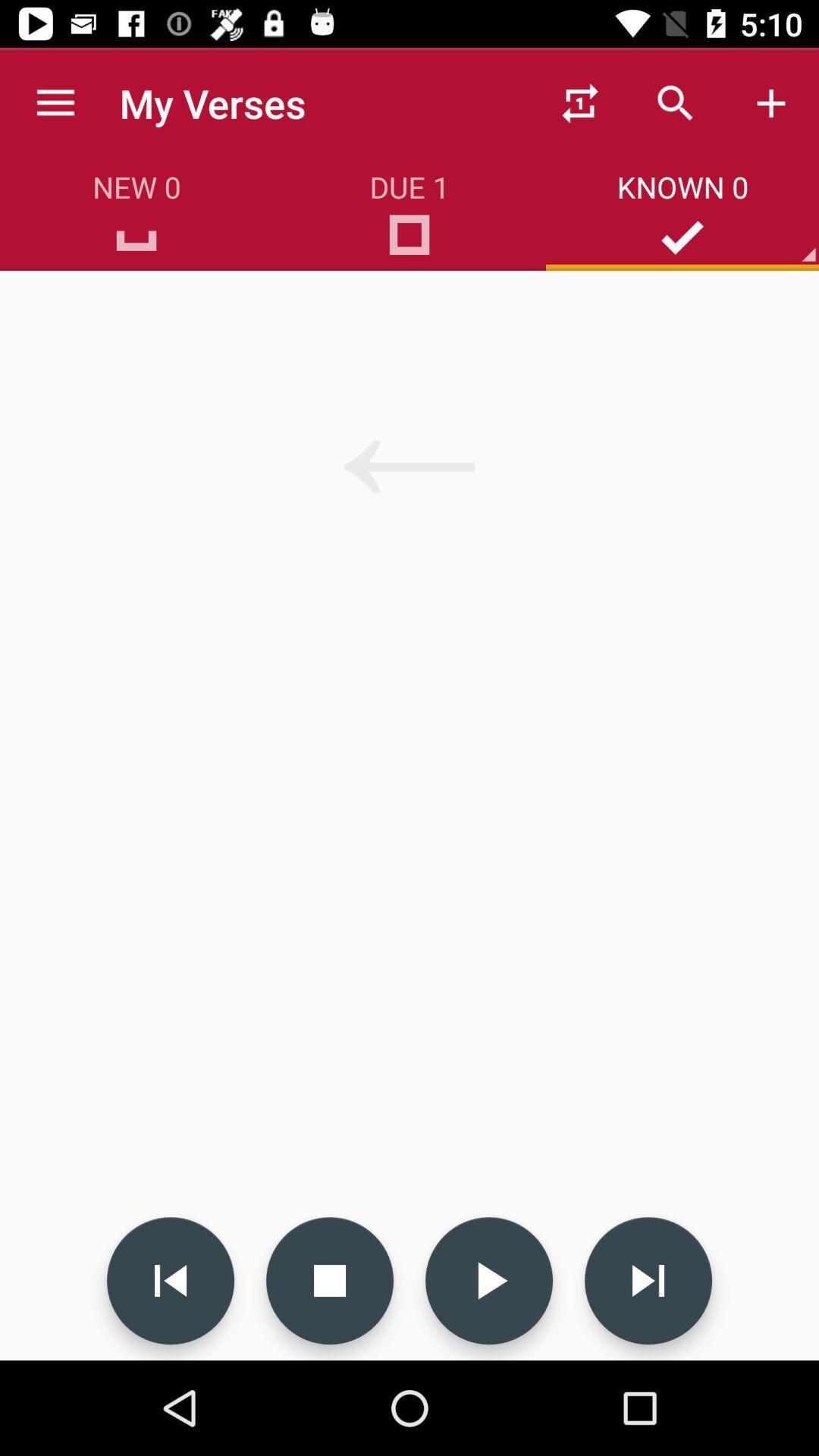  I want to click on icon below due 1, so click(409, 240).